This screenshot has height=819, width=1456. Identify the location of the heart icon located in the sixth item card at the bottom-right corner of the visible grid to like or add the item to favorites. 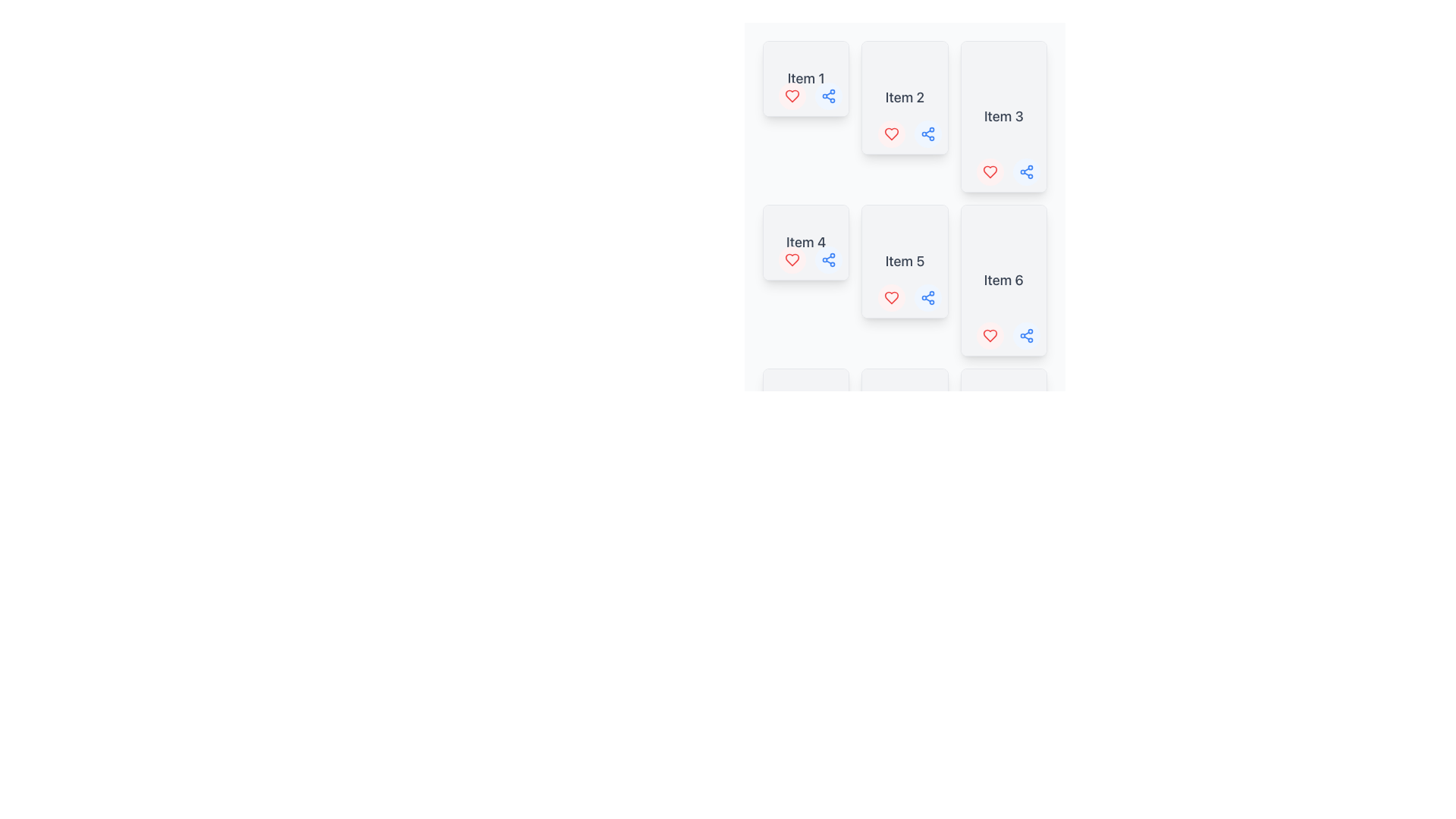
(990, 335).